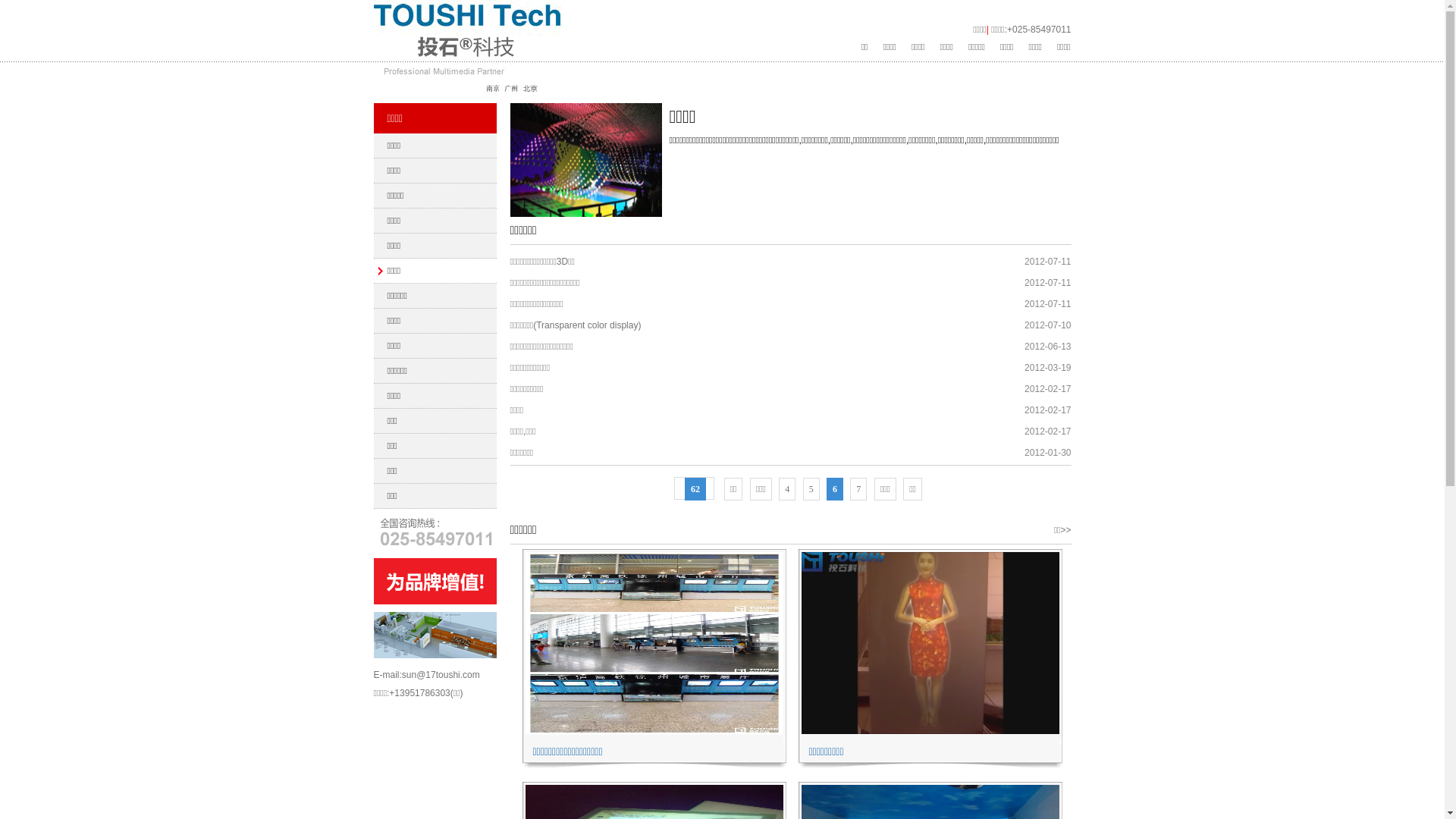 This screenshot has width=1456, height=819. Describe the element at coordinates (858, 488) in the screenshot. I see `'7'` at that location.